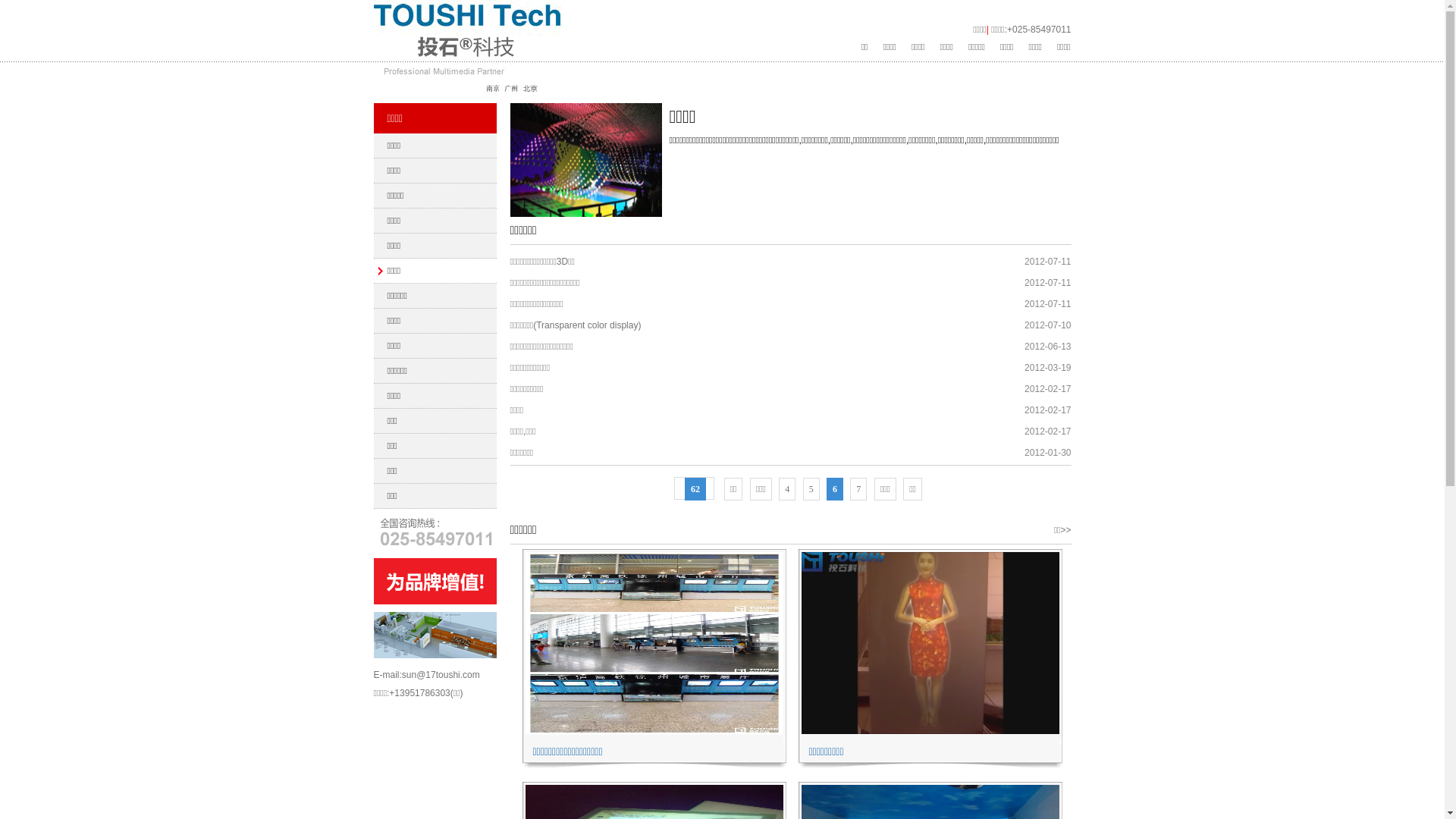 This screenshot has width=1456, height=819. Describe the element at coordinates (858, 488) in the screenshot. I see `'7'` at that location.